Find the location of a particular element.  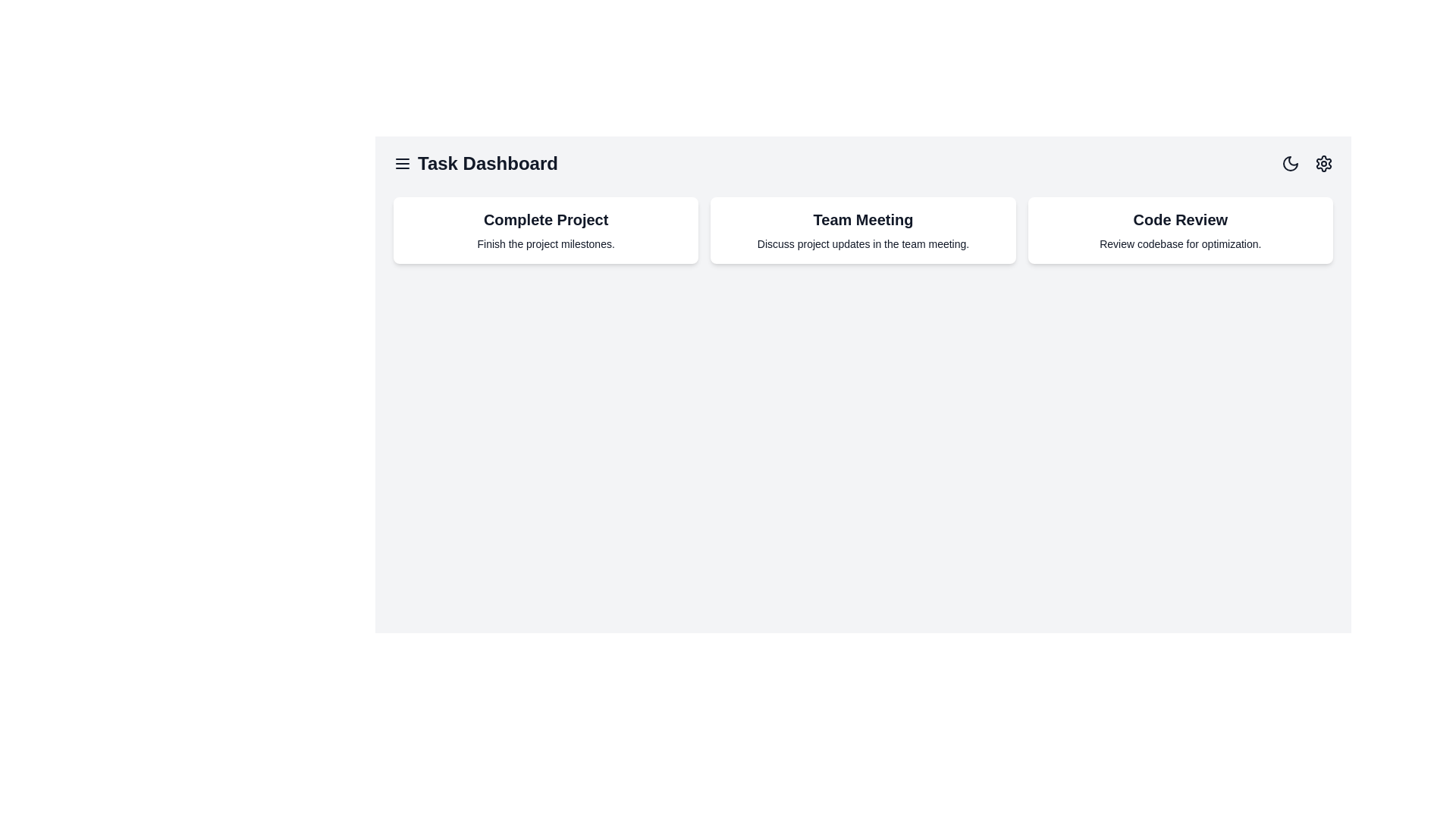

the 'Complete Project' text label, which serves as the header for its associated card, located at the top of the card above the description text 'Finish the project milestones.' is located at coordinates (546, 219).